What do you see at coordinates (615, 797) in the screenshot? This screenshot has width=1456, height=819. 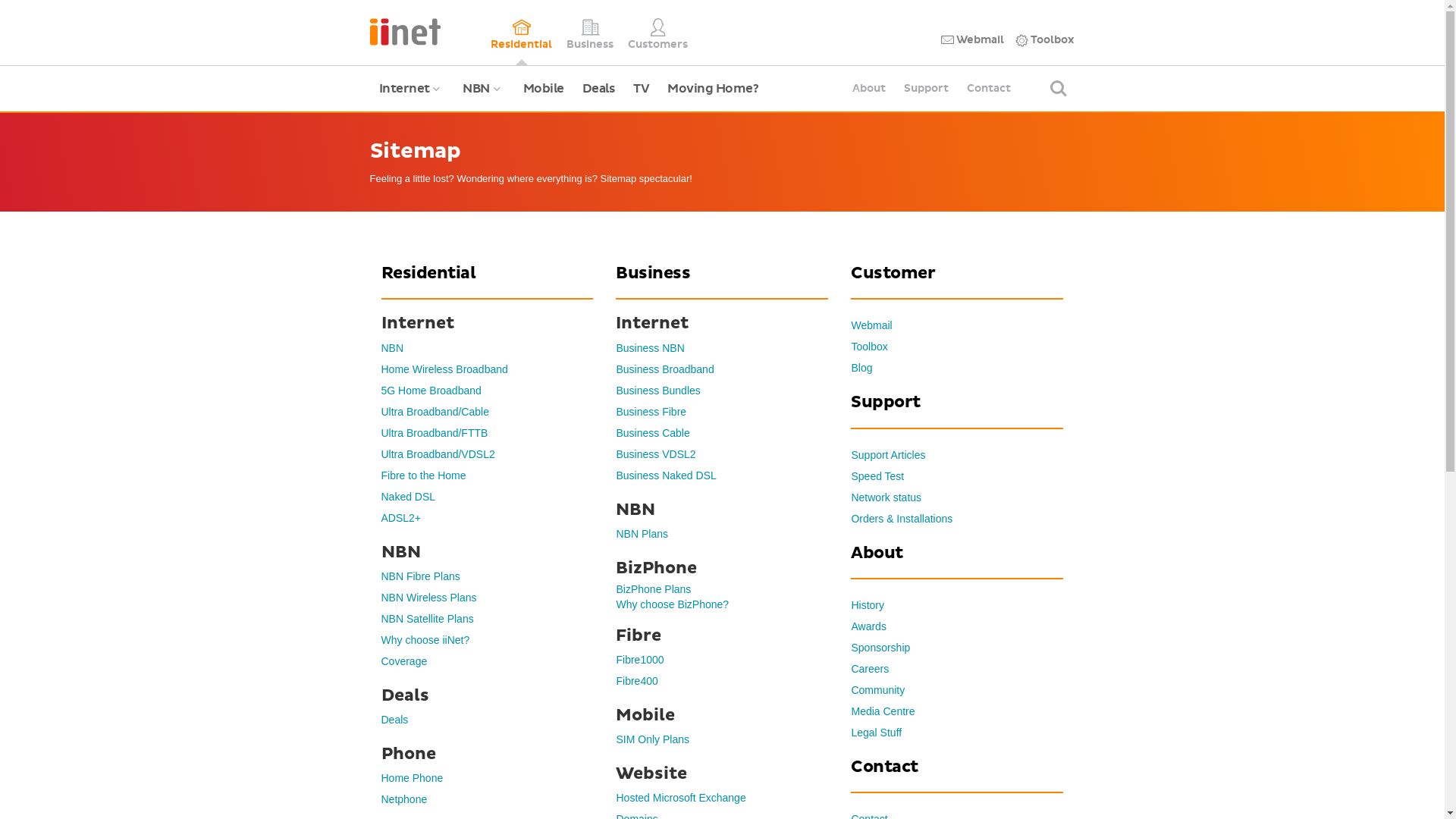 I see `'Hosted Microsoft Exchange'` at bounding box center [615, 797].